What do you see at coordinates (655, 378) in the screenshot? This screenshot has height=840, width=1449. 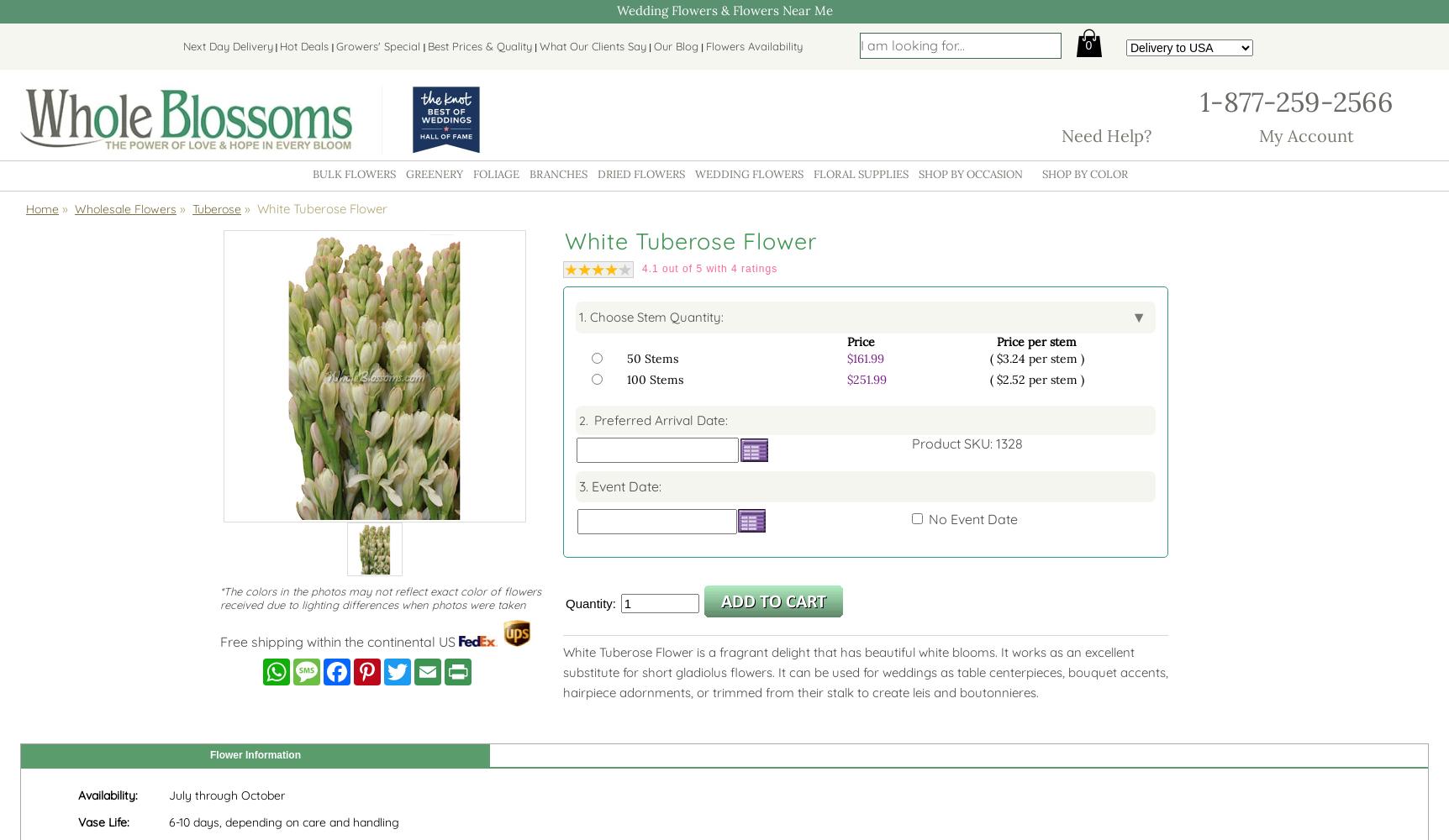 I see `'100 Stems'` at bounding box center [655, 378].